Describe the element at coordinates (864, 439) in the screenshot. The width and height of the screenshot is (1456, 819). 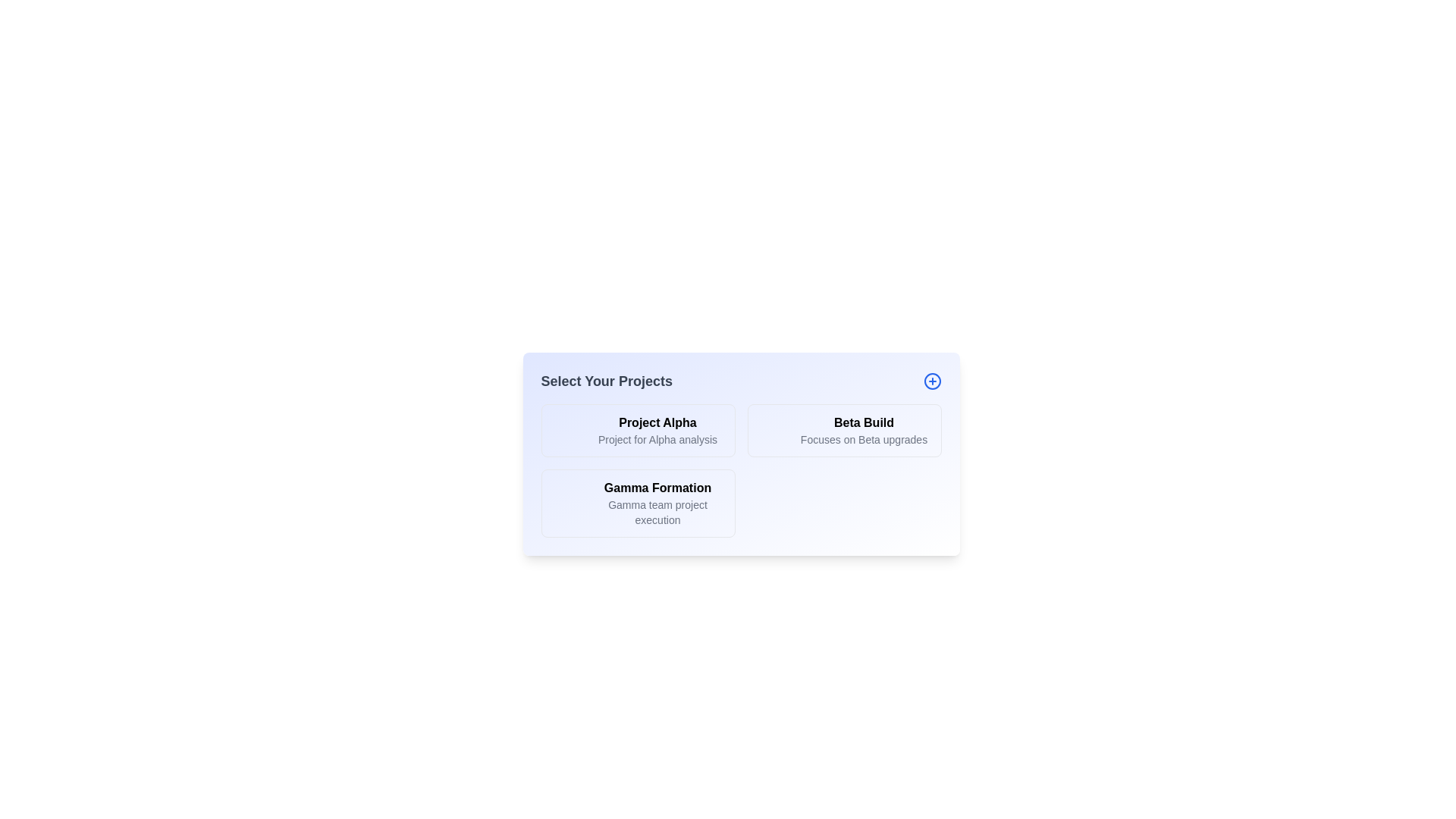
I see `the text label displaying 'Focuses on Beta upgrades', which is located below the 'Beta Build' header in the top-right section of the interface` at that location.